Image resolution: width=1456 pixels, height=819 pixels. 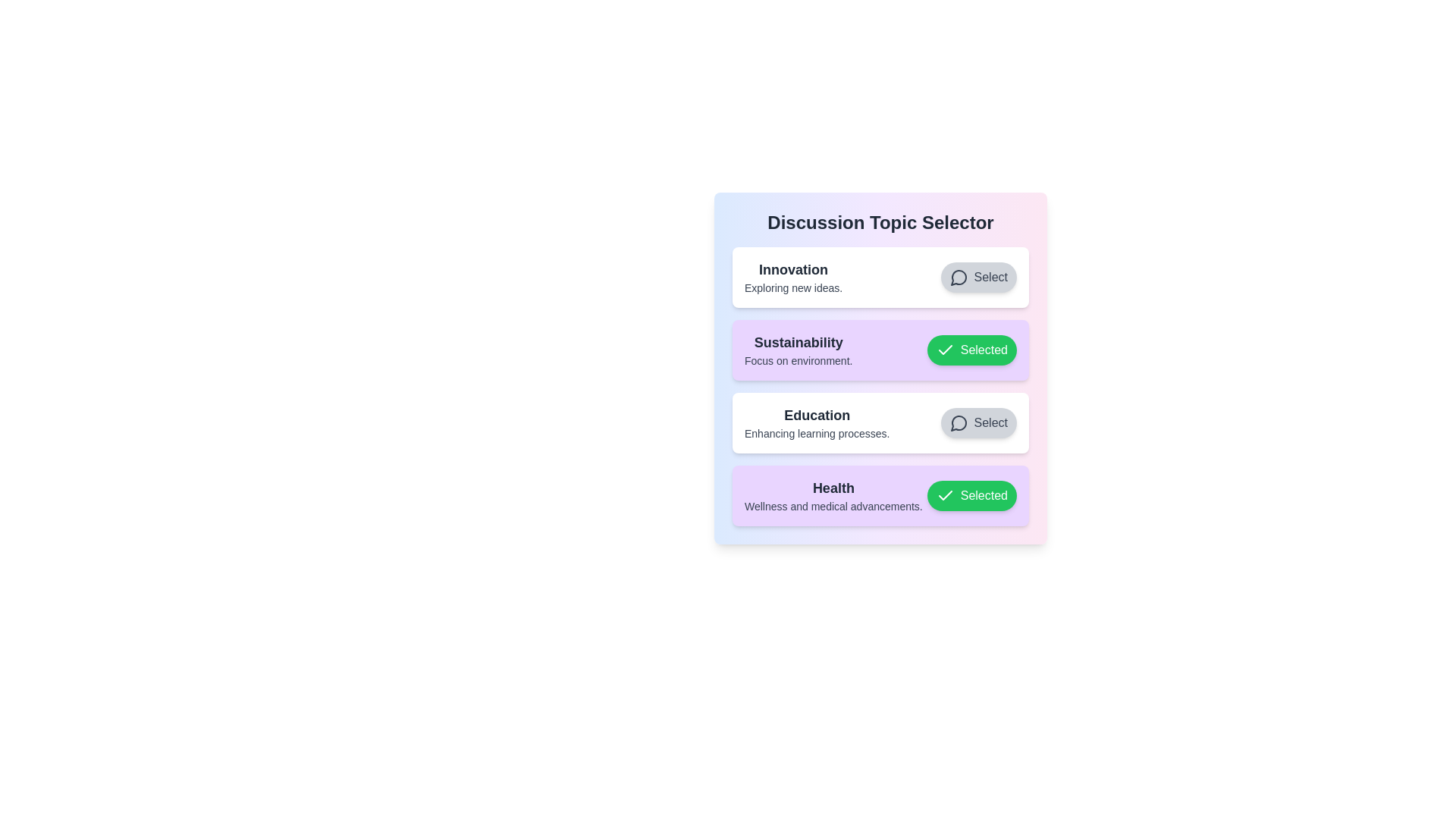 What do you see at coordinates (978, 423) in the screenshot?
I see `the topic Education` at bounding box center [978, 423].